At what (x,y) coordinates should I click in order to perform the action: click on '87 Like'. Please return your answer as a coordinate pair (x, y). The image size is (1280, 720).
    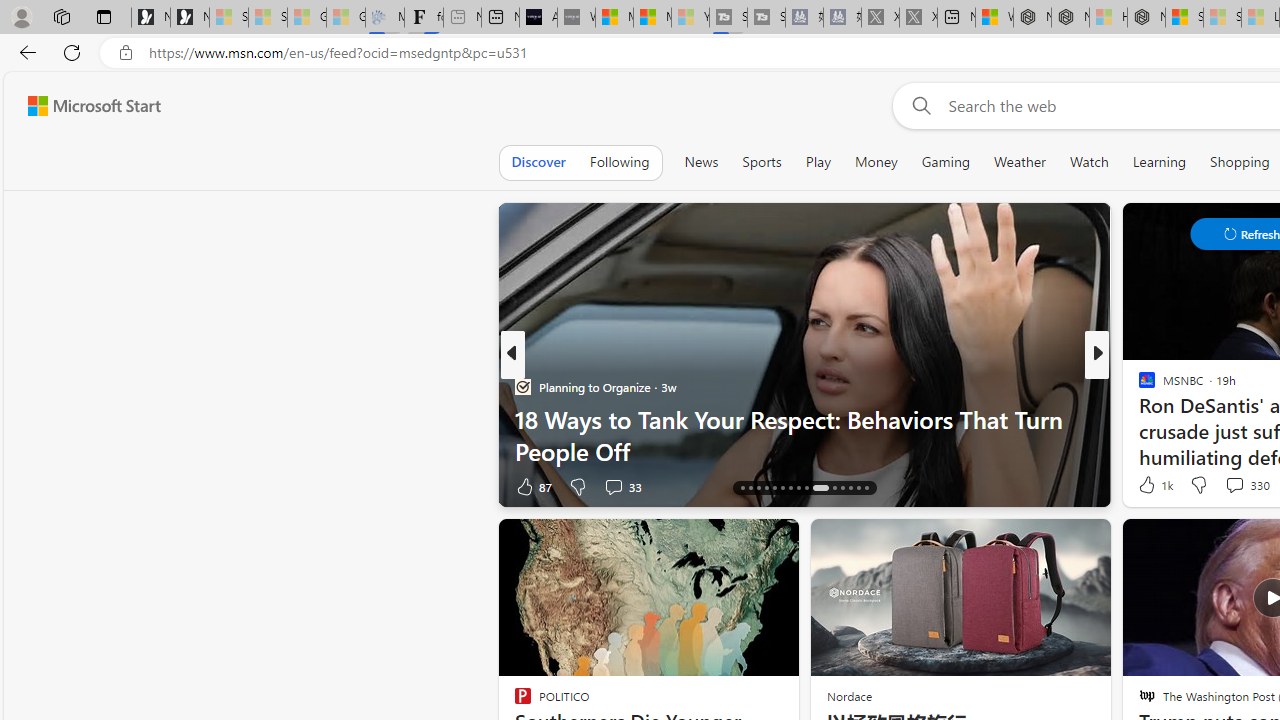
    Looking at the image, I should click on (533, 486).